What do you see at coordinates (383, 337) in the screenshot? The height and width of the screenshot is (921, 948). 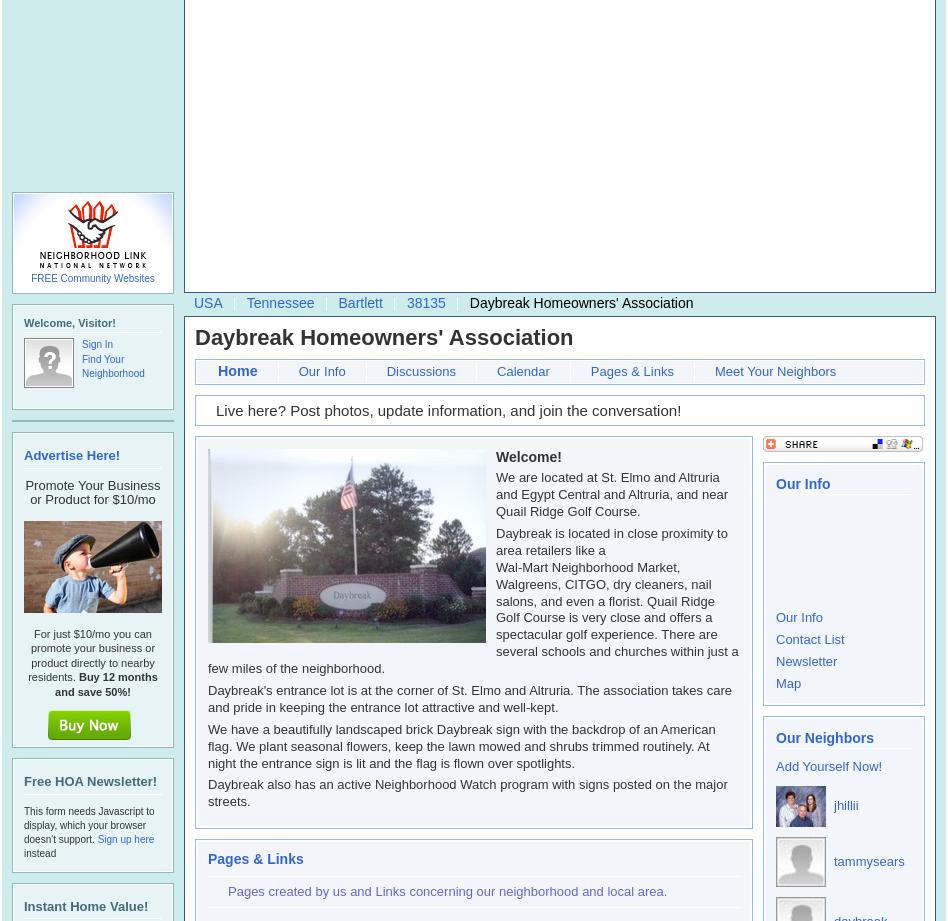 I see `'Daybreak Homeowners' Association'` at bounding box center [383, 337].